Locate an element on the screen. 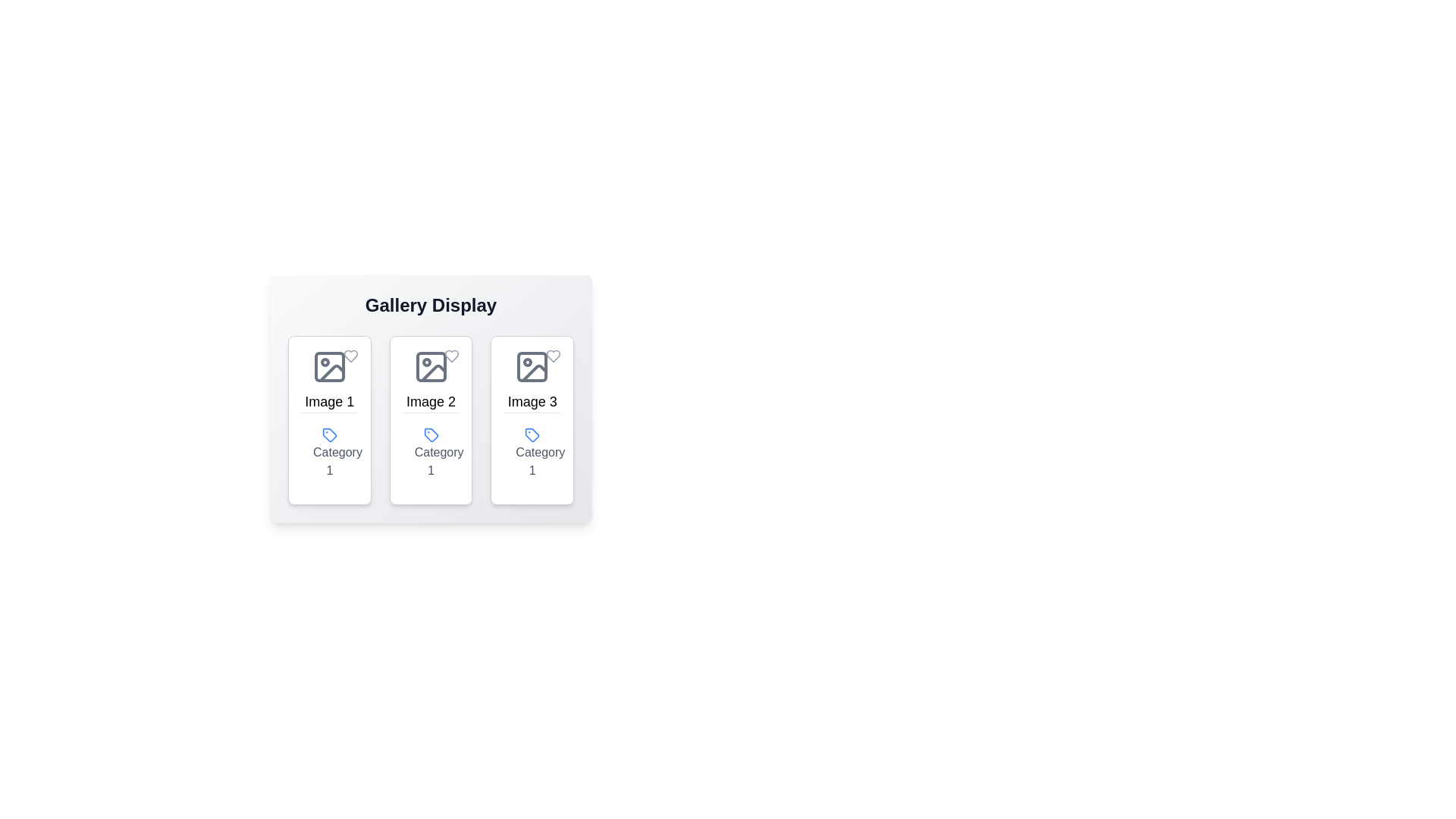 Image resolution: width=1456 pixels, height=819 pixels. the Text with Icon element located at the bottom of the third card, beneath the image icon and title 'Image 3' is located at coordinates (532, 451).